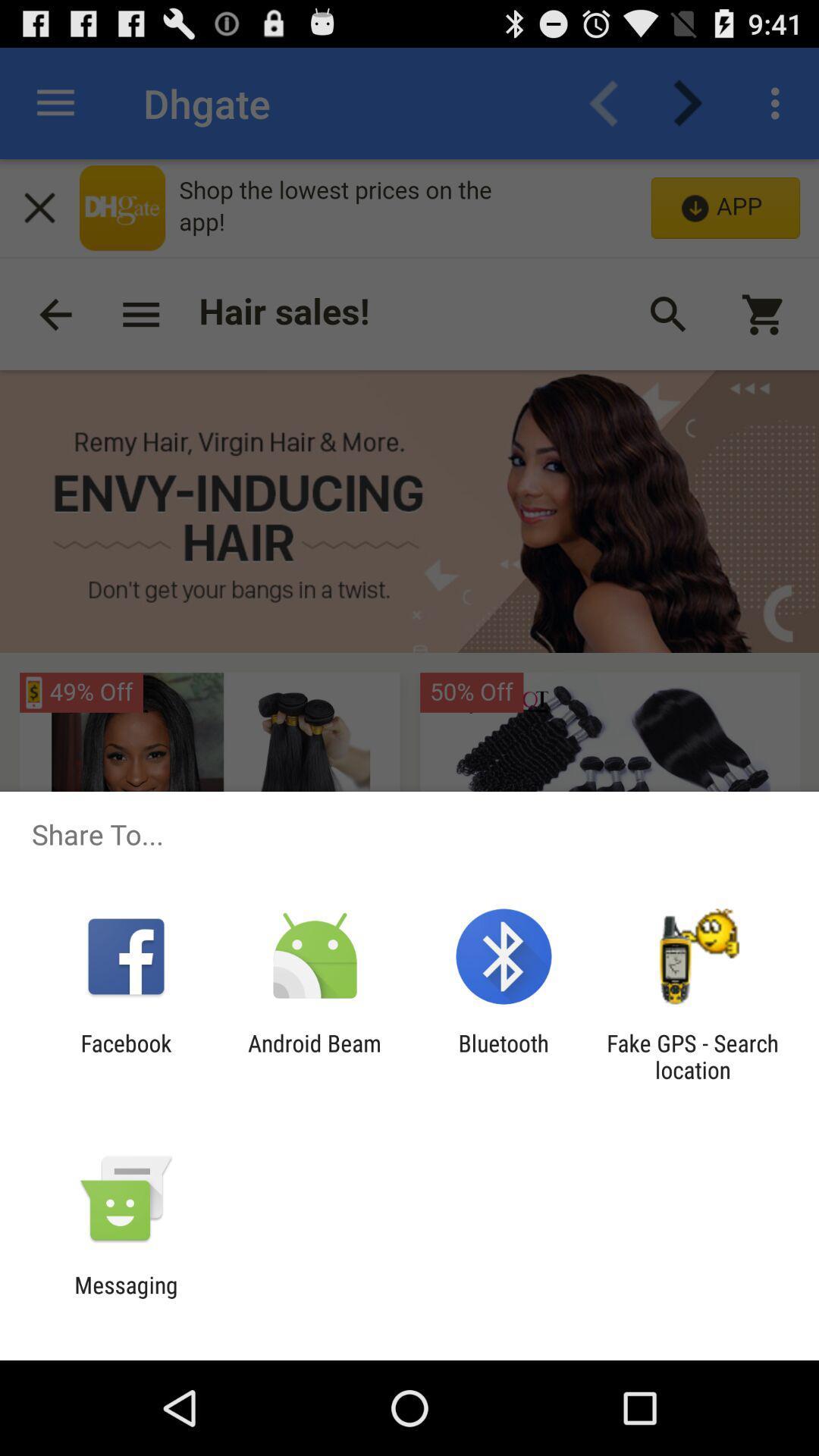 This screenshot has width=819, height=1456. I want to click on item next to the android beam, so click(125, 1056).